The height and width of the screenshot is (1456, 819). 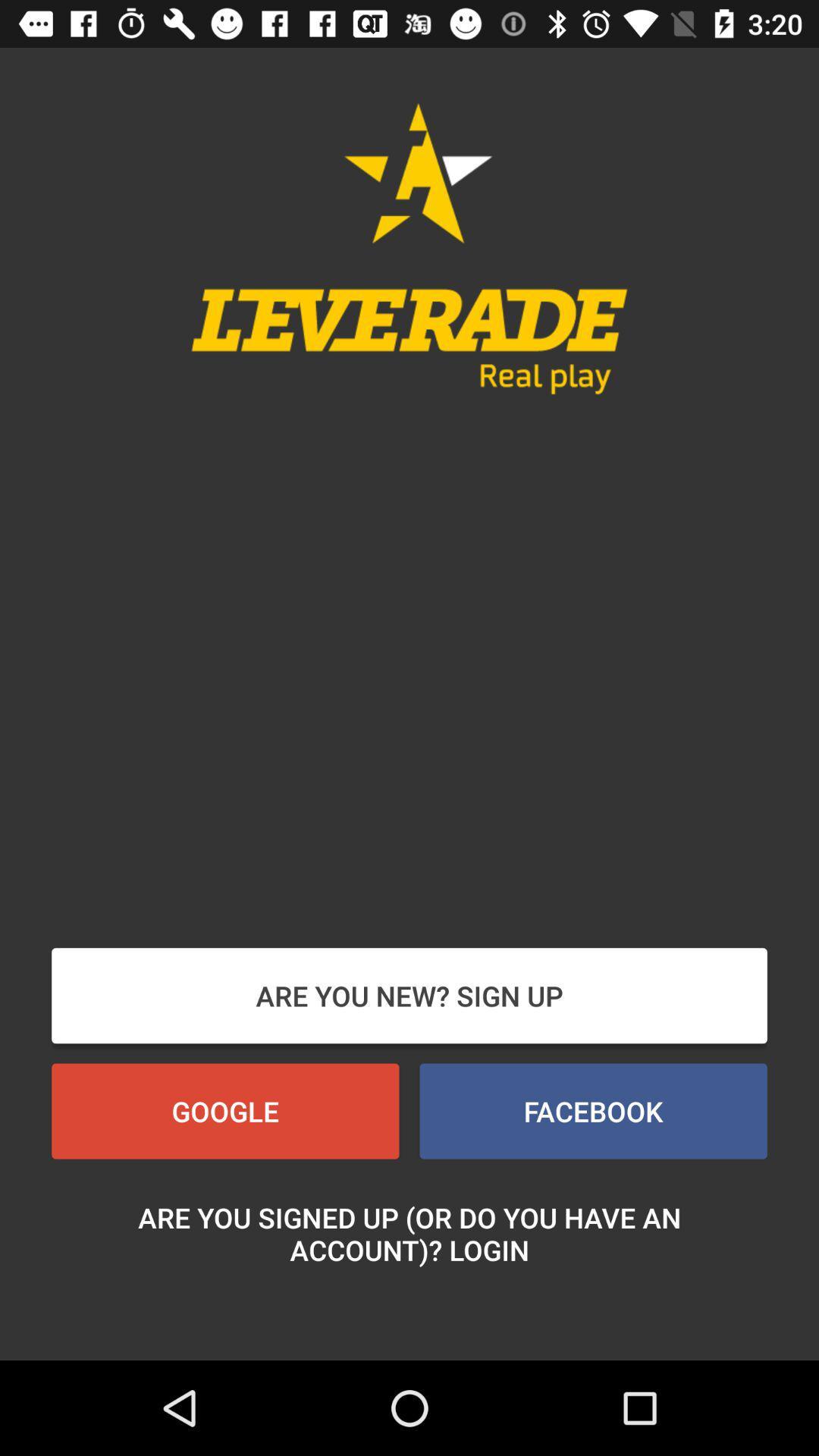 I want to click on the button next to facebook icon, so click(x=225, y=1111).